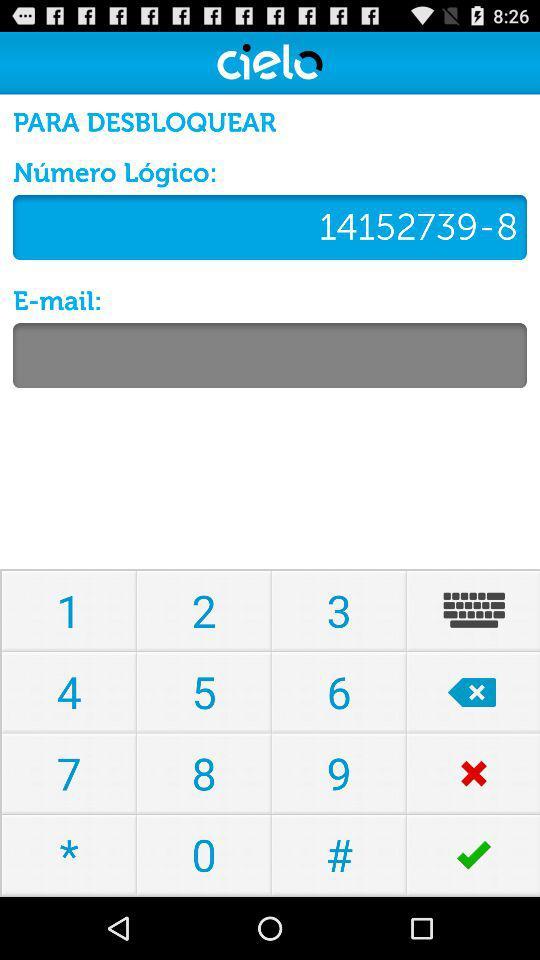  Describe the element at coordinates (270, 355) in the screenshot. I see `email address` at that location.